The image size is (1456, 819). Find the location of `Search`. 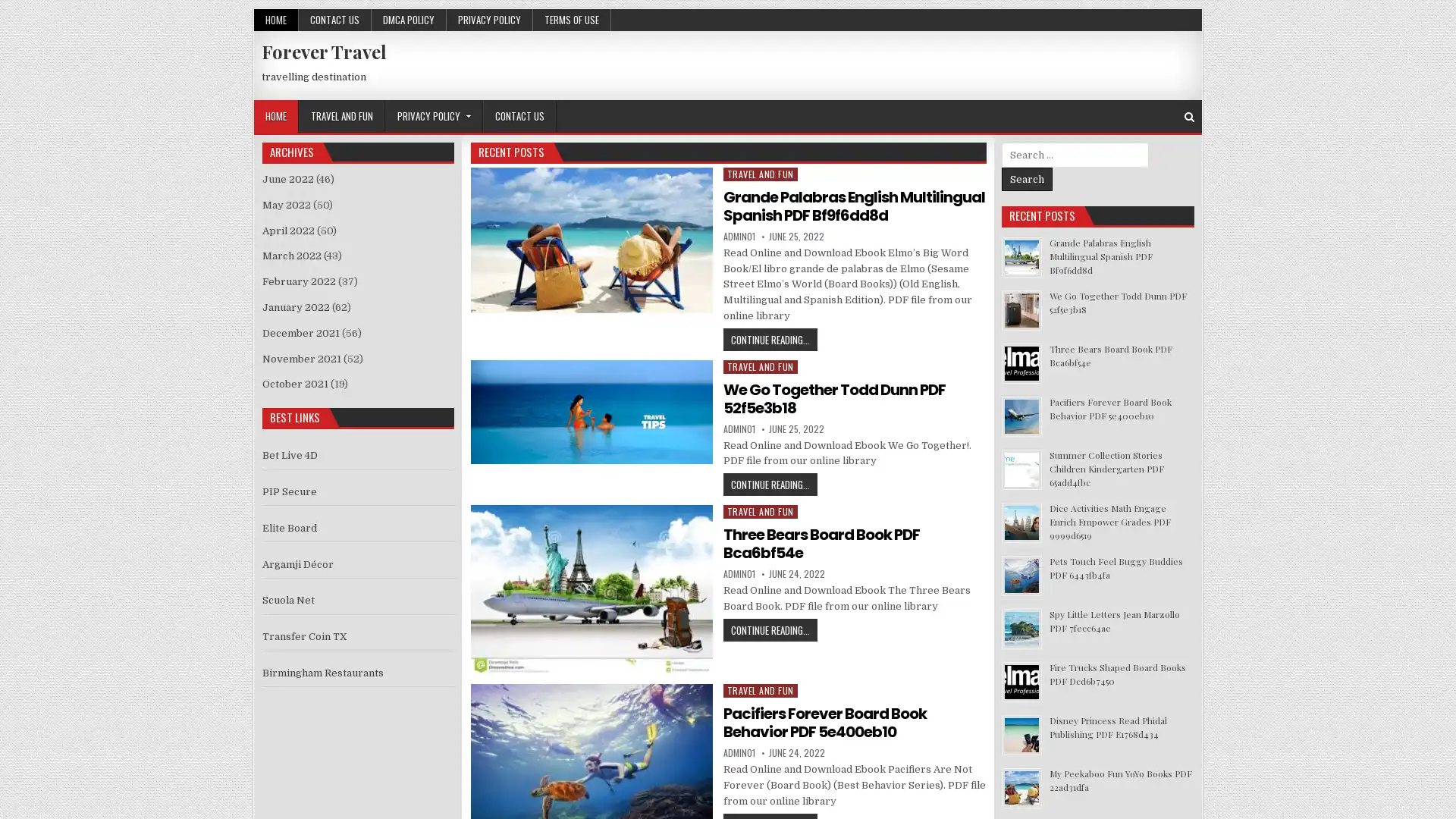

Search is located at coordinates (1027, 178).